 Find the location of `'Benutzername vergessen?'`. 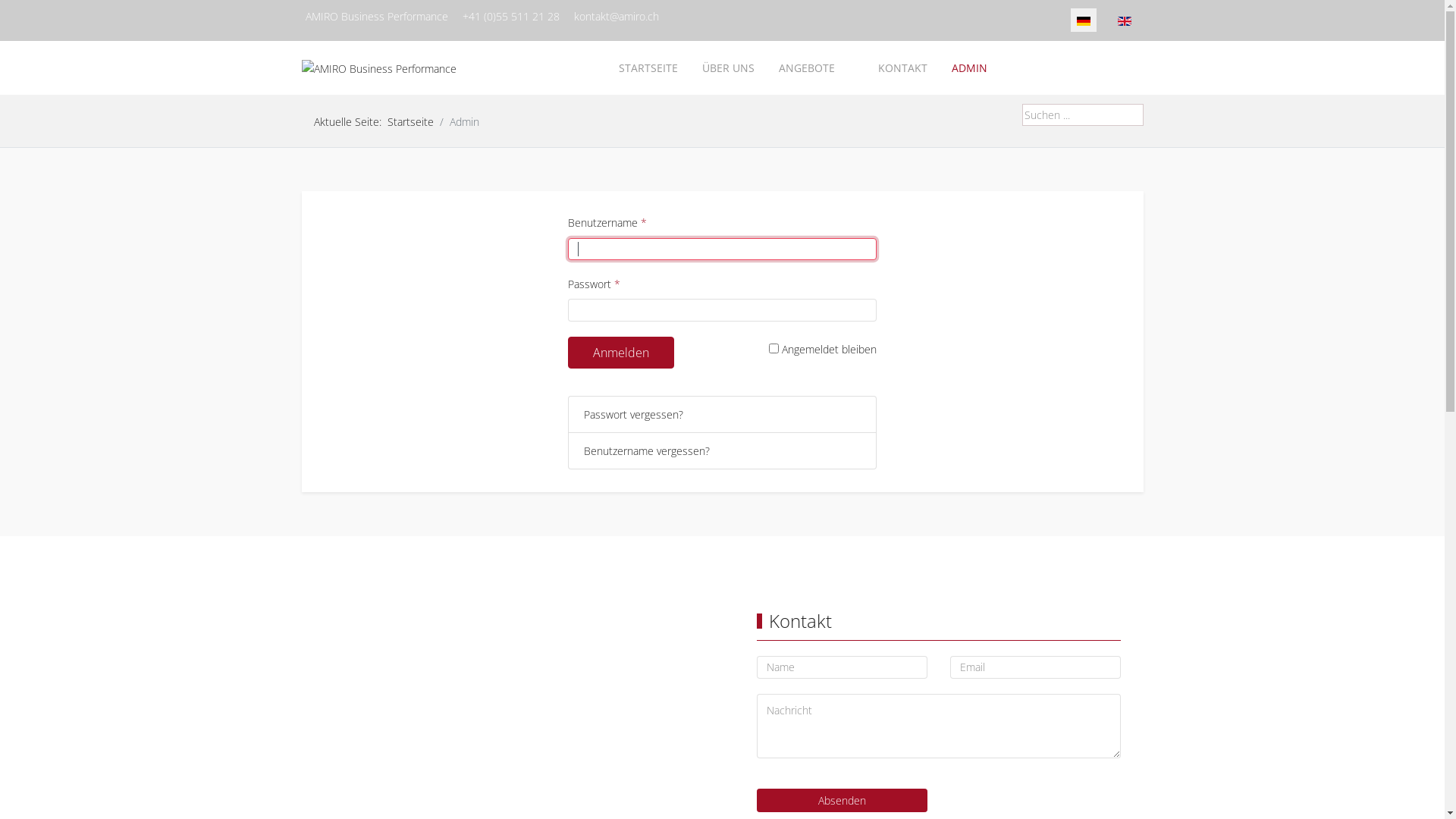

'Benutzername vergessen?' is located at coordinates (647, 450).